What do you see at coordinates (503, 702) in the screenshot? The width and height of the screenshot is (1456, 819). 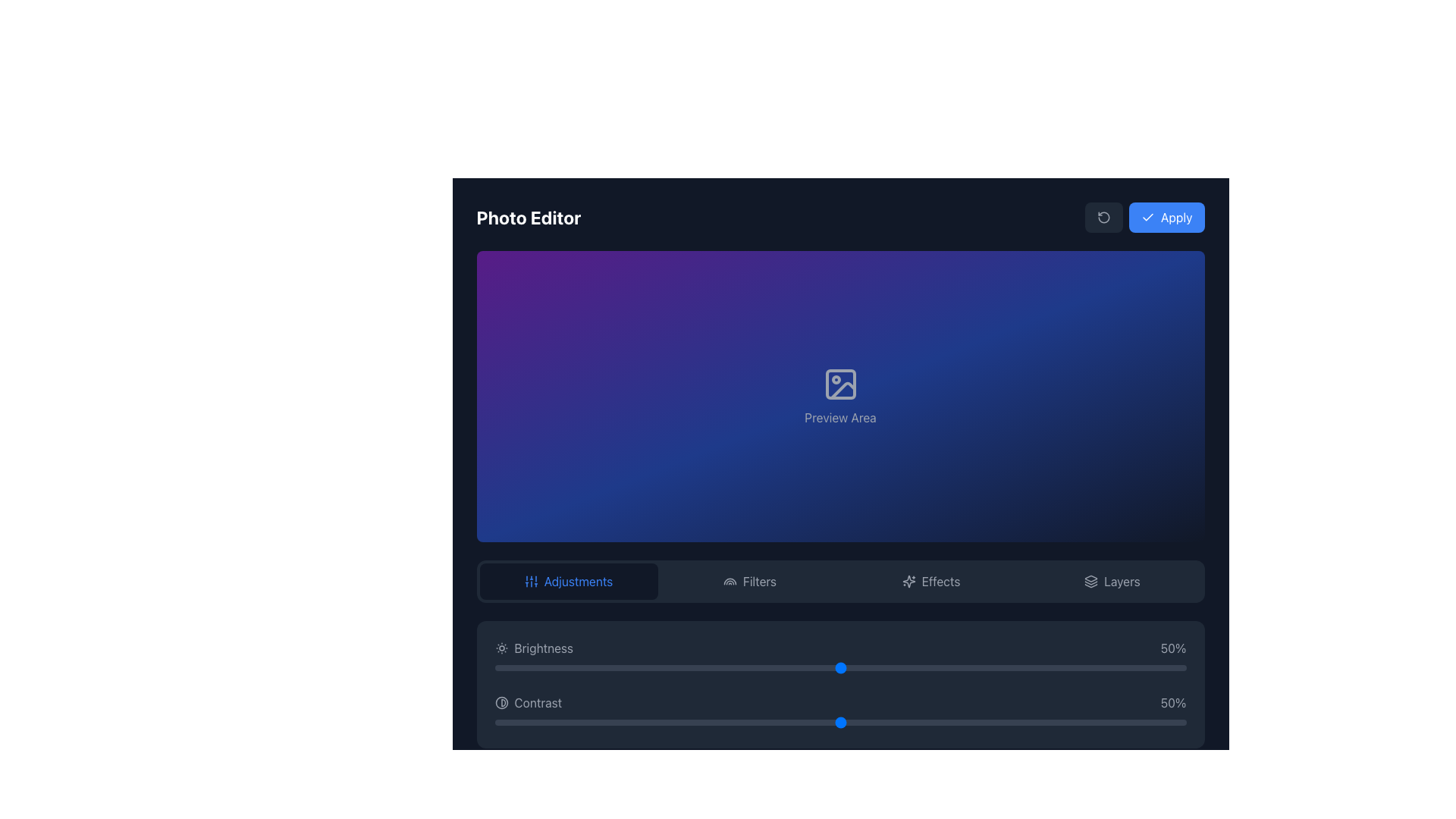 I see `the contrast adjustment icon located to the left of the 'Contrast' label in the 'Adjustments' tab` at bounding box center [503, 702].